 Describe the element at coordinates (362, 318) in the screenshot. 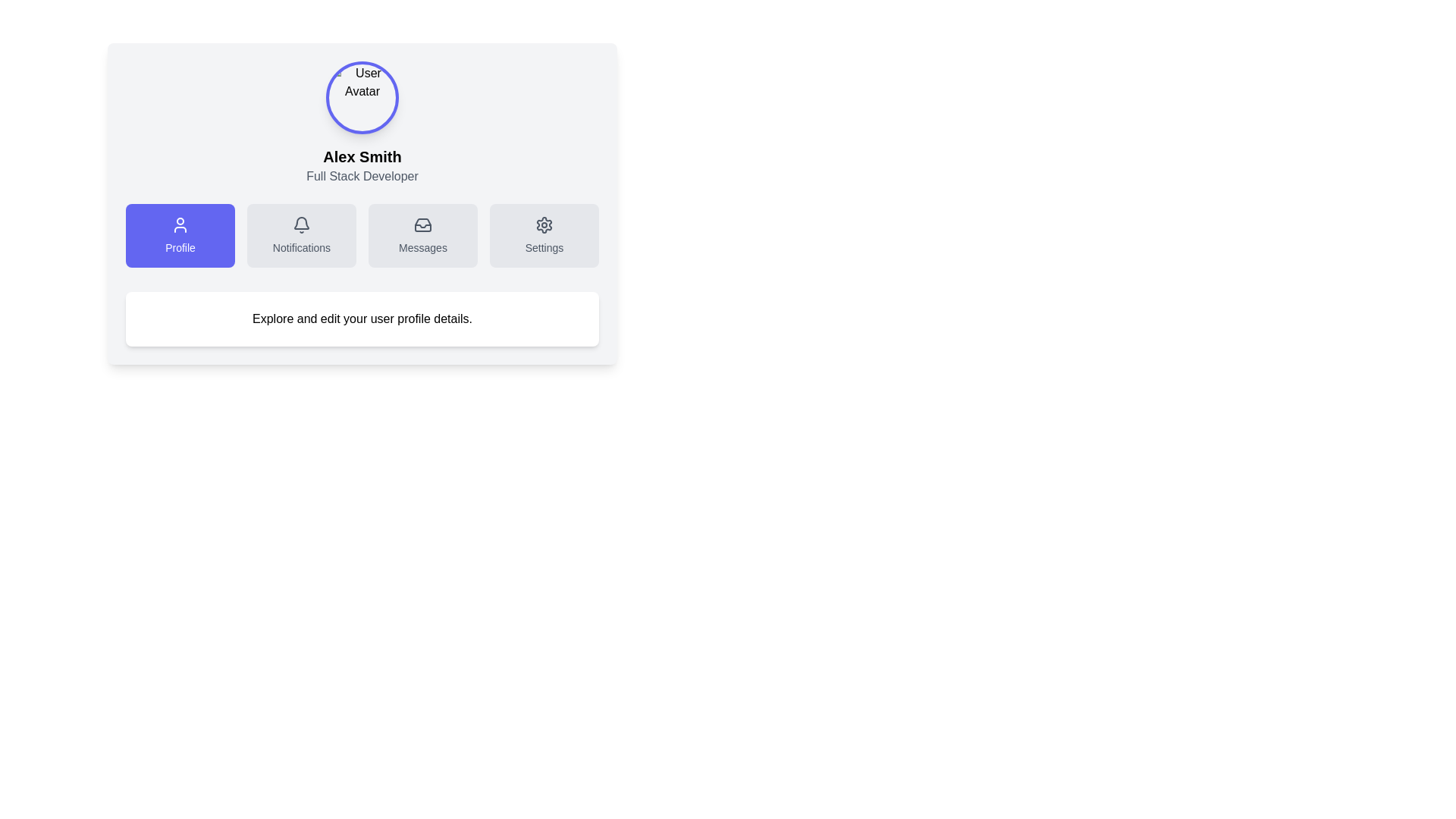

I see `the static text label that reads 'Explore and edit your user profile details.' which is located at the lower section of a white, rounded, shadowed card, centered horizontally within the card` at that location.